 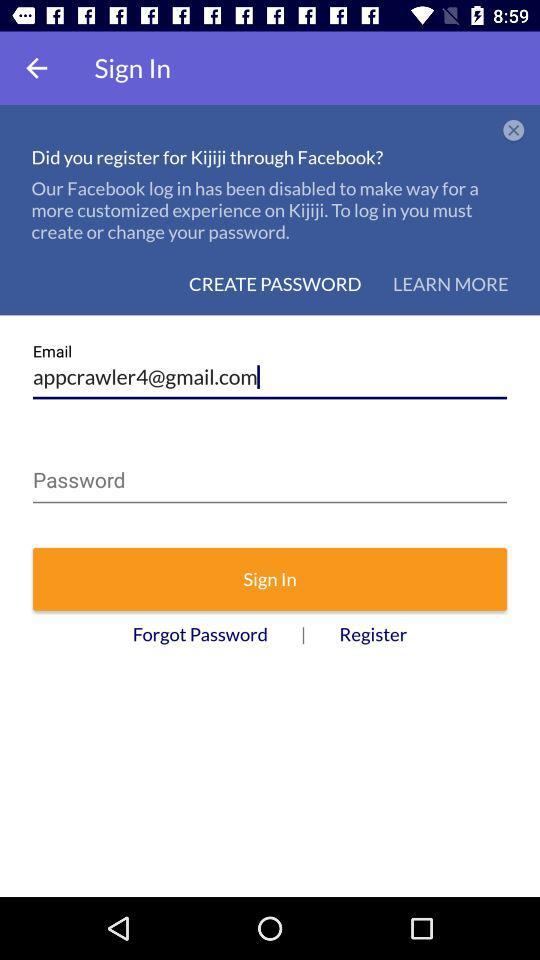 What do you see at coordinates (270, 475) in the screenshot?
I see `the icon below the appcrawler4@gmail.com icon` at bounding box center [270, 475].